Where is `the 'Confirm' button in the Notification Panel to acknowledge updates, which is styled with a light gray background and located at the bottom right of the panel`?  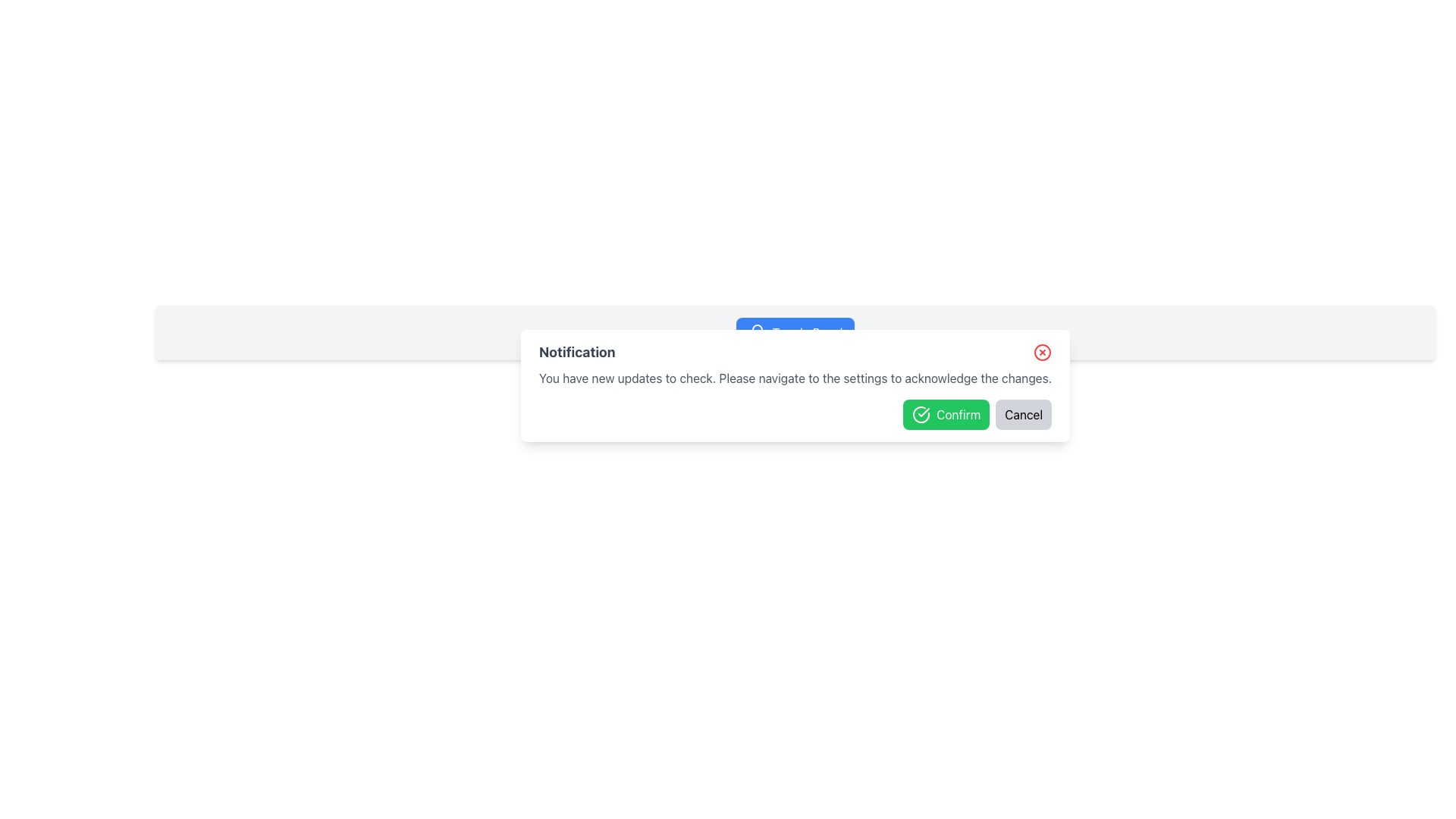
the 'Confirm' button in the Notification Panel to acknowledge updates, which is styled with a light gray background and located at the bottom right of the panel is located at coordinates (795, 332).